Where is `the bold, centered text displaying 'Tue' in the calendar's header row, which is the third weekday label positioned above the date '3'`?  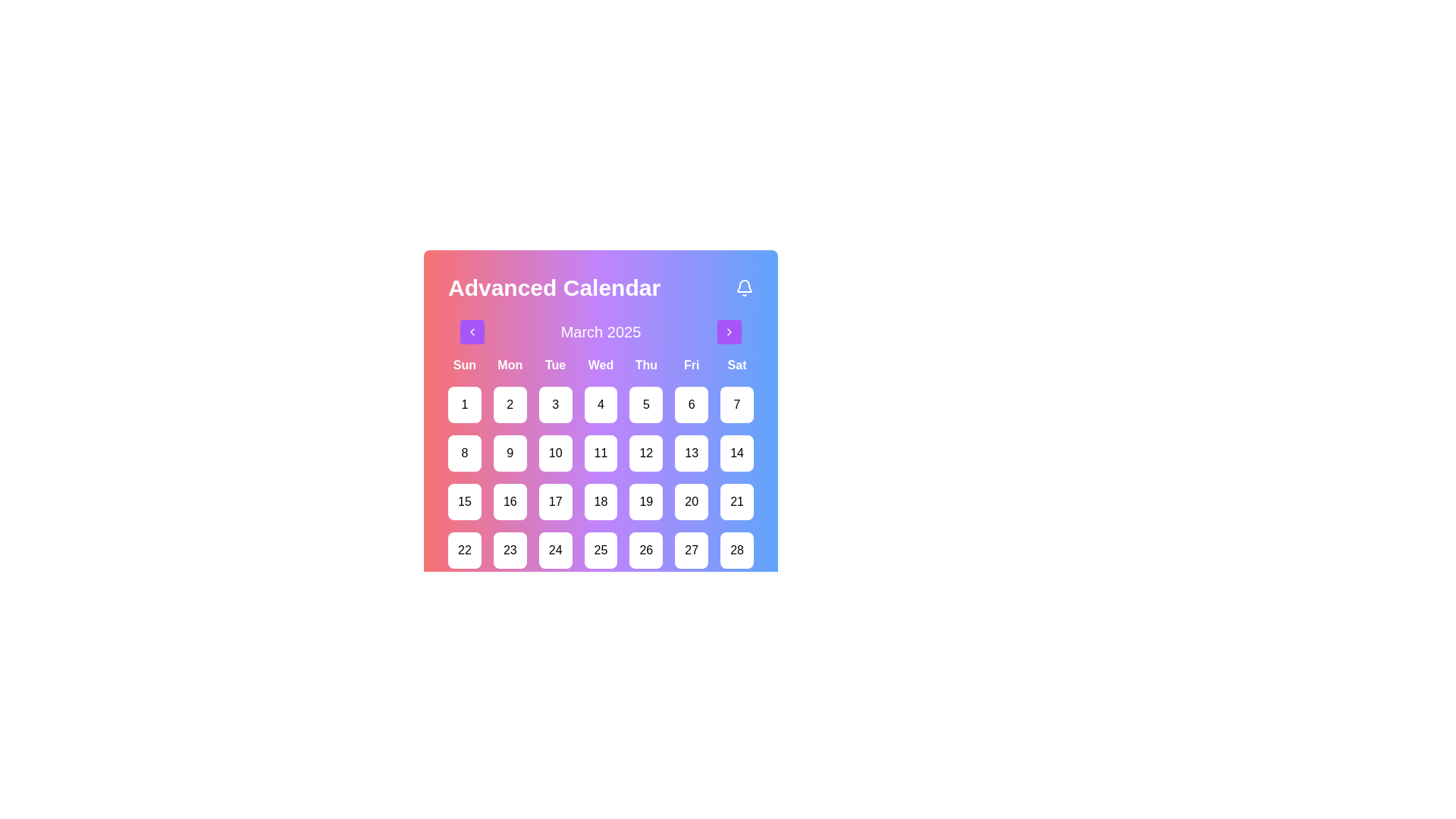
the bold, centered text displaying 'Tue' in the calendar's header row, which is the third weekday label positioned above the date '3' is located at coordinates (554, 366).